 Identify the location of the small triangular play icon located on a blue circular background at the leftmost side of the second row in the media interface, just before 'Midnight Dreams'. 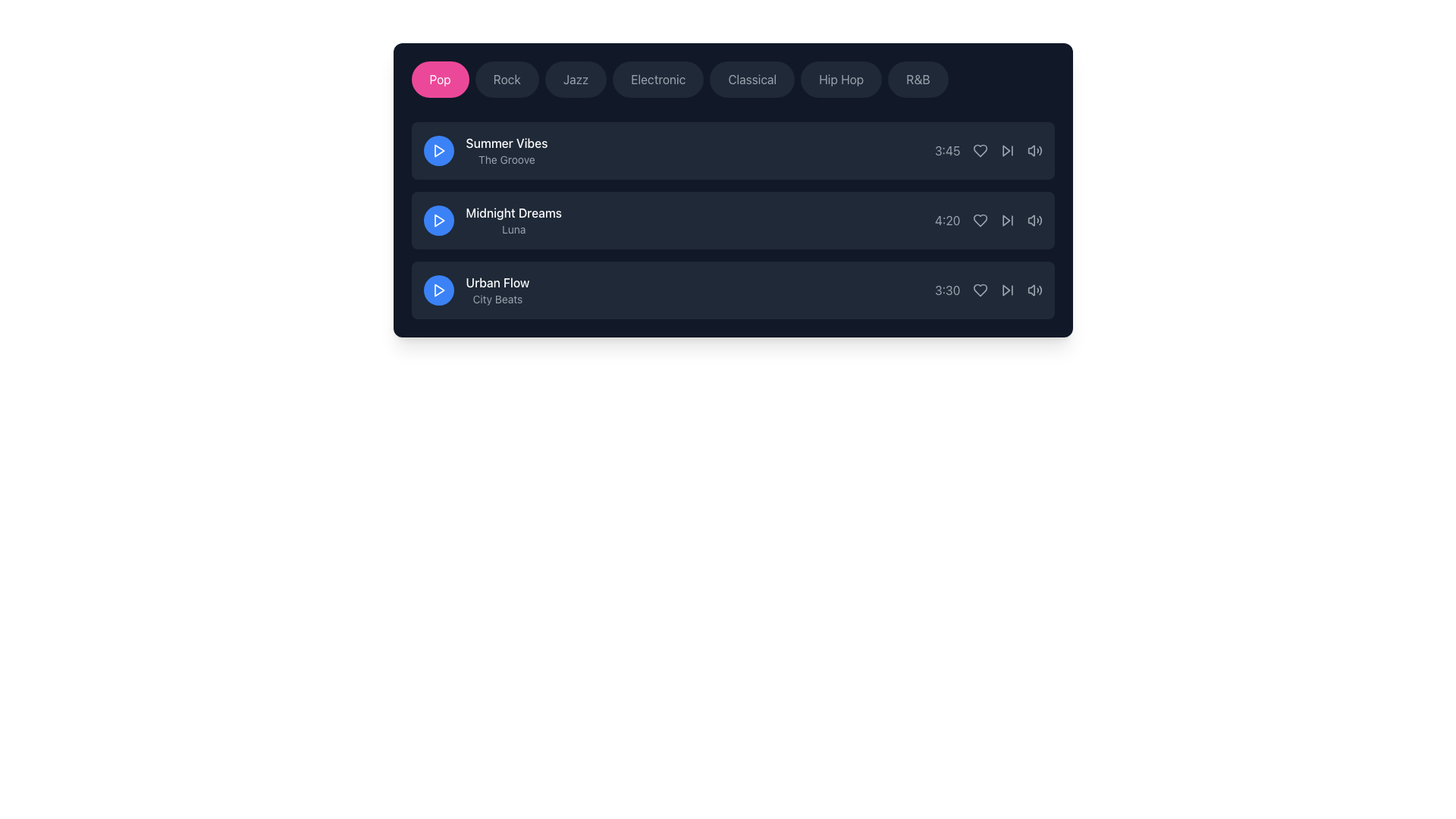
(438, 220).